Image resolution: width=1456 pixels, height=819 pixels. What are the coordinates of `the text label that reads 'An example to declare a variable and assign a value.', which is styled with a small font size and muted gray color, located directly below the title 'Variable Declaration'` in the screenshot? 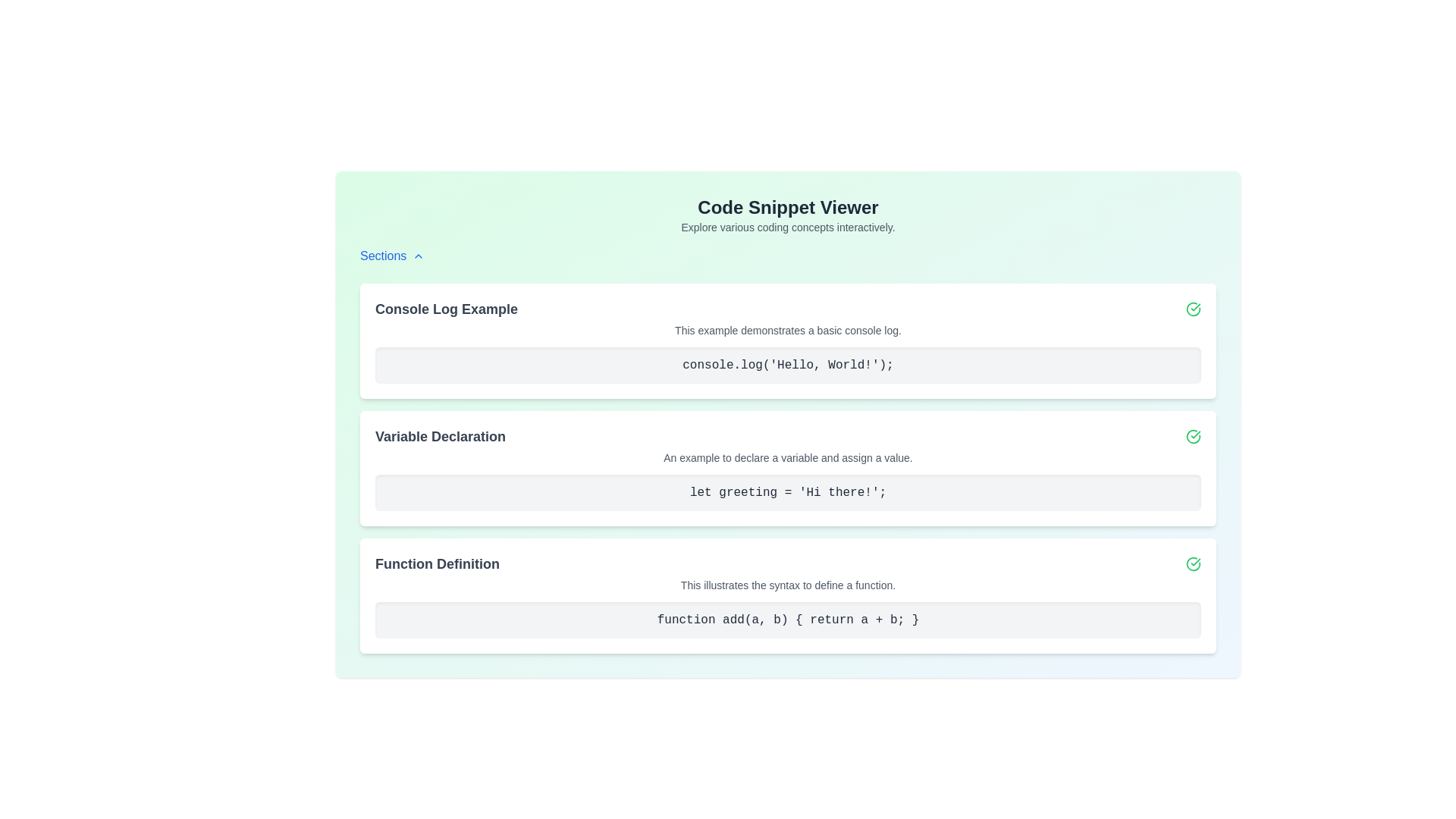 It's located at (788, 457).